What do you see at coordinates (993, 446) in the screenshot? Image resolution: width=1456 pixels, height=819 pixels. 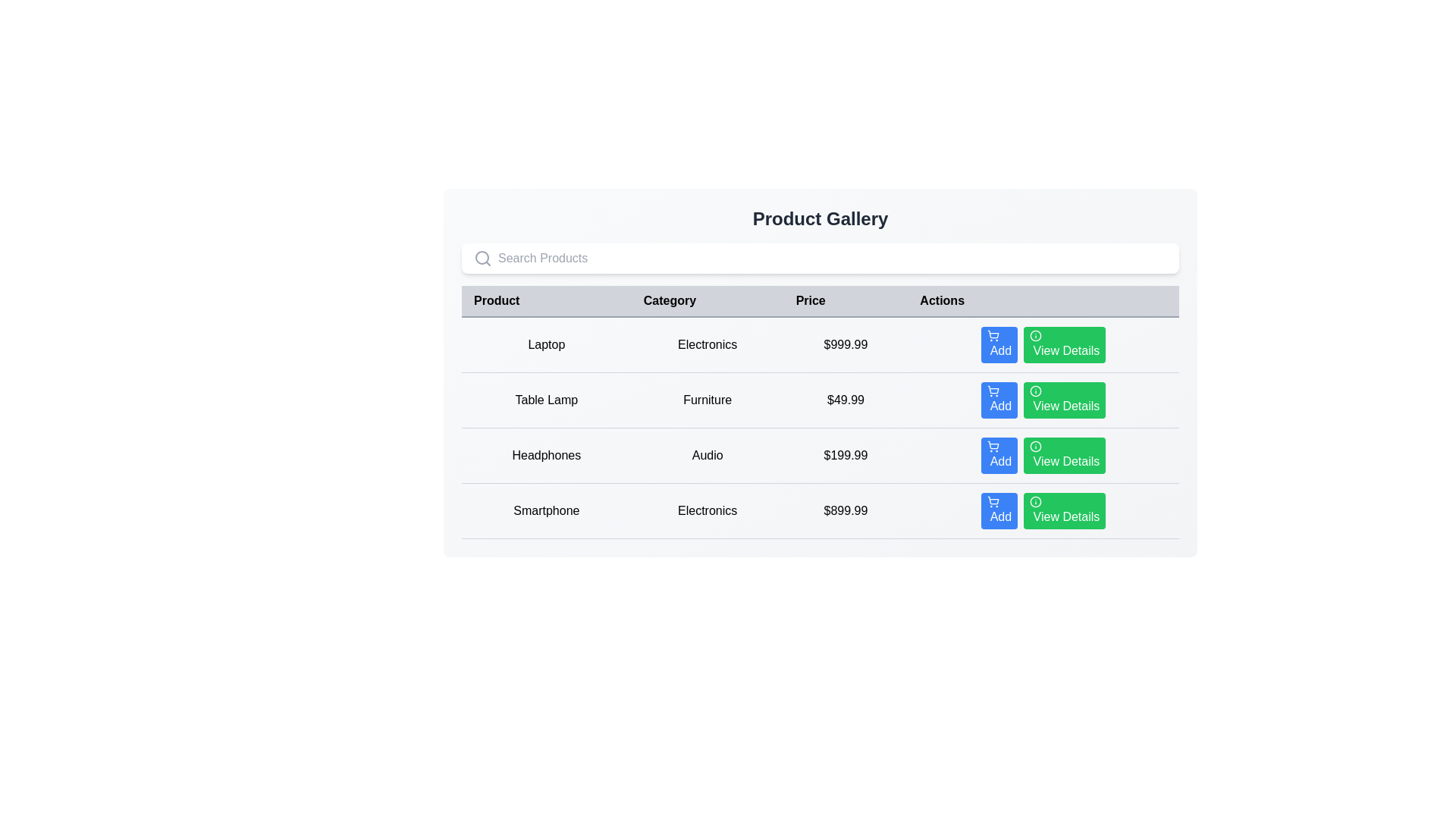 I see `the shopping cart icon located before the 'Add' text on the blue button in the Actions column of the third row in the product table` at bounding box center [993, 446].